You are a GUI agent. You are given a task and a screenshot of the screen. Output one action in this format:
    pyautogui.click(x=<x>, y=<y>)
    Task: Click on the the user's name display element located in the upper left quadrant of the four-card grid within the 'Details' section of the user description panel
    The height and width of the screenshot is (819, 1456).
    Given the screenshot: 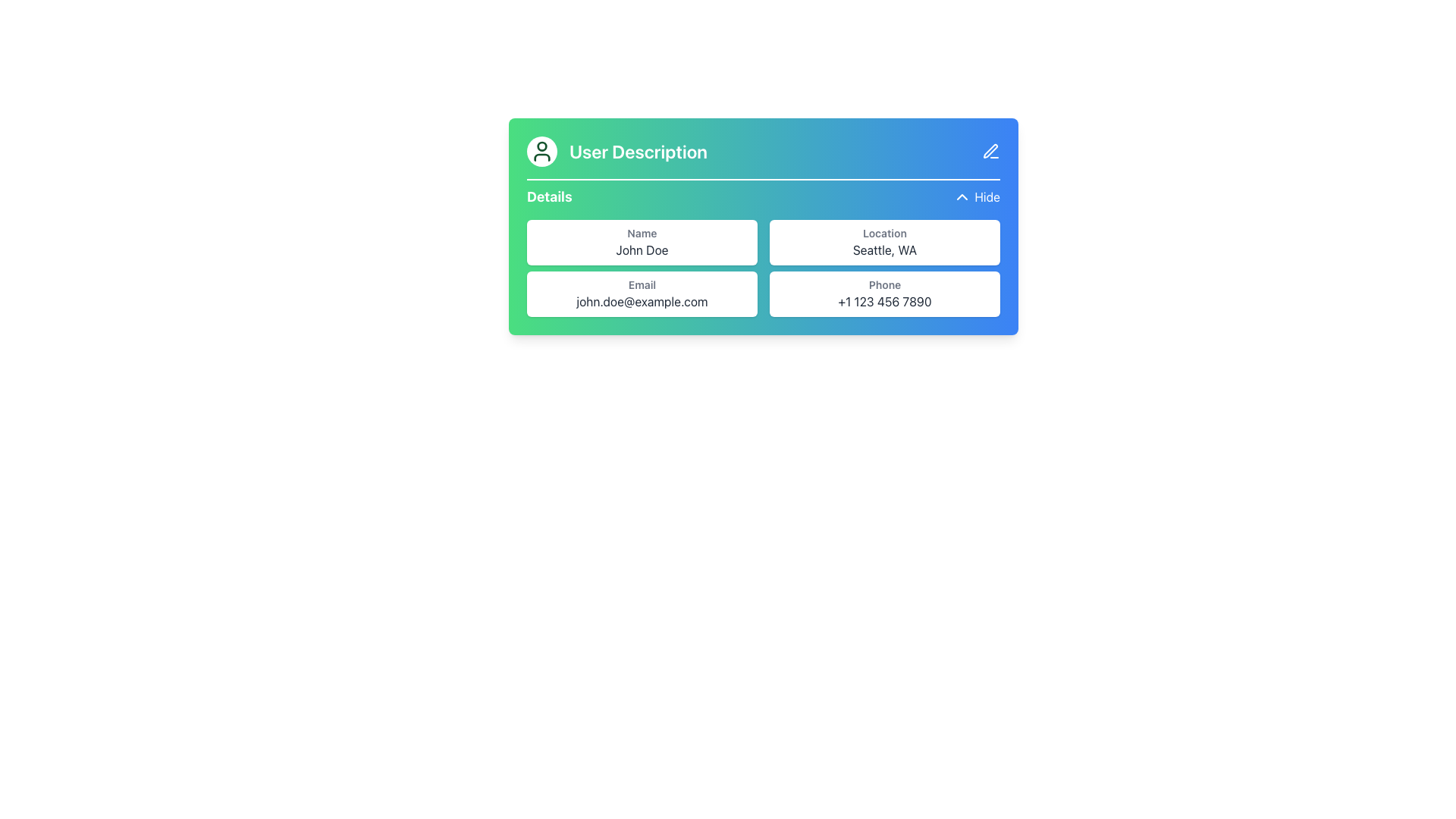 What is the action you would take?
    pyautogui.click(x=642, y=242)
    